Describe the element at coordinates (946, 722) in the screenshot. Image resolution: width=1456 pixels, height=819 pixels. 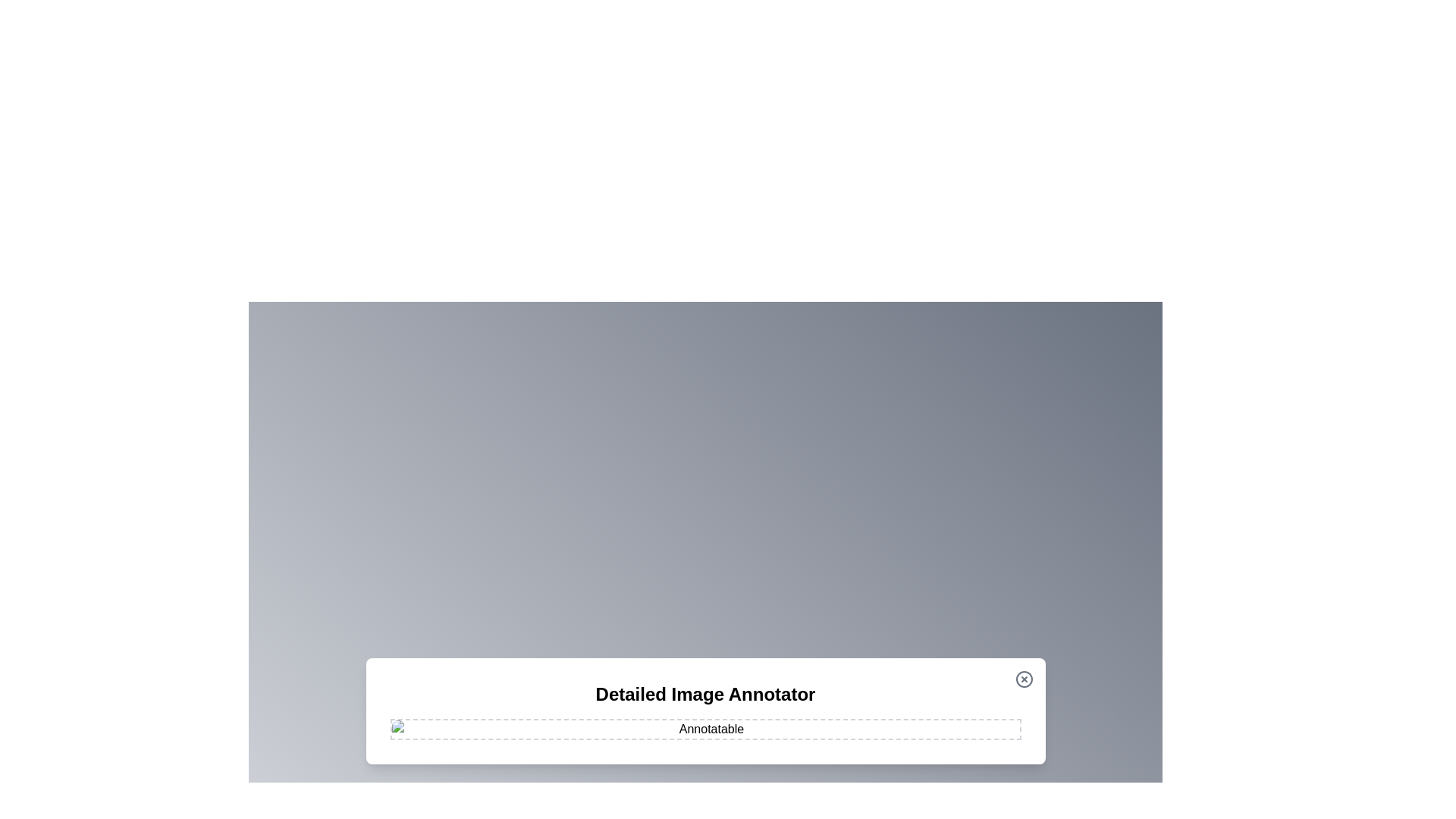
I see `the image at coordinates (1249, 954) to add an annotation` at that location.